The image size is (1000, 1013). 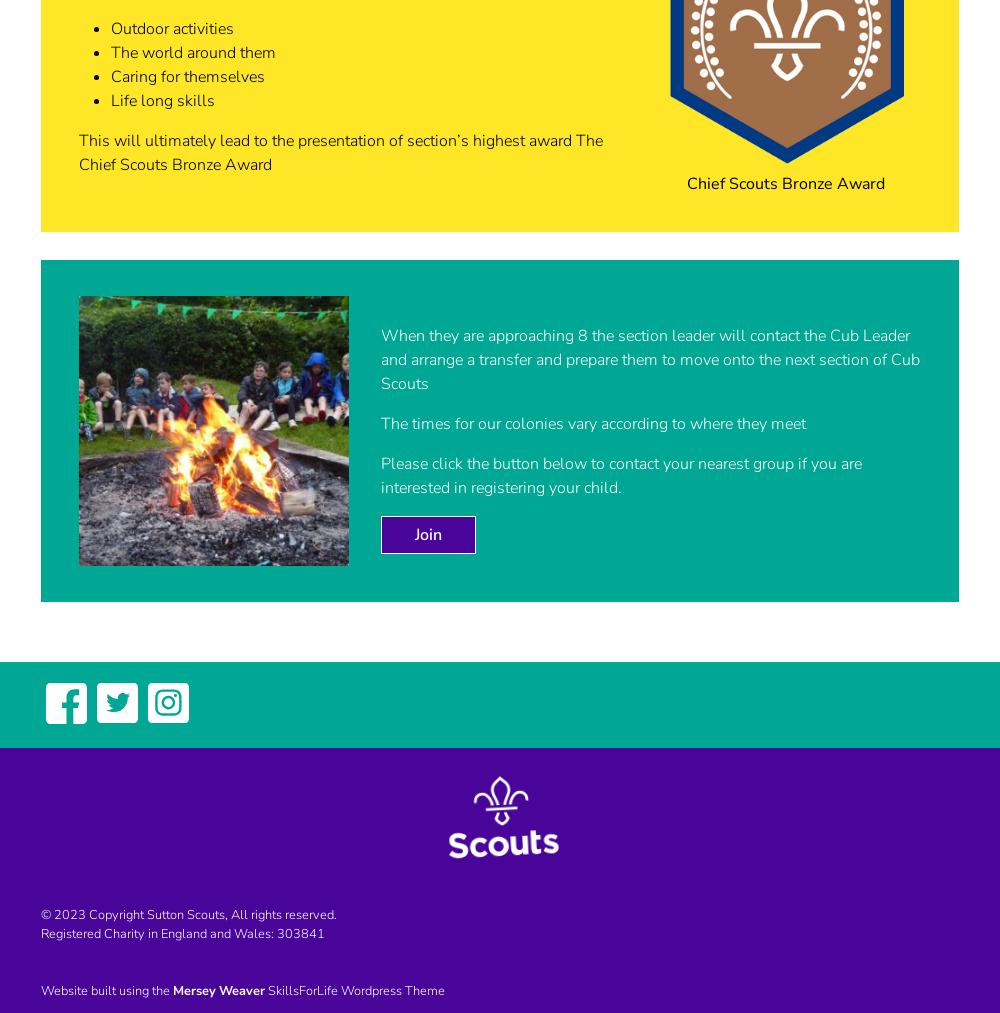 I want to click on 'Please click the button below to contact your nearest group if you are interested in registering your child.', so click(x=620, y=473).